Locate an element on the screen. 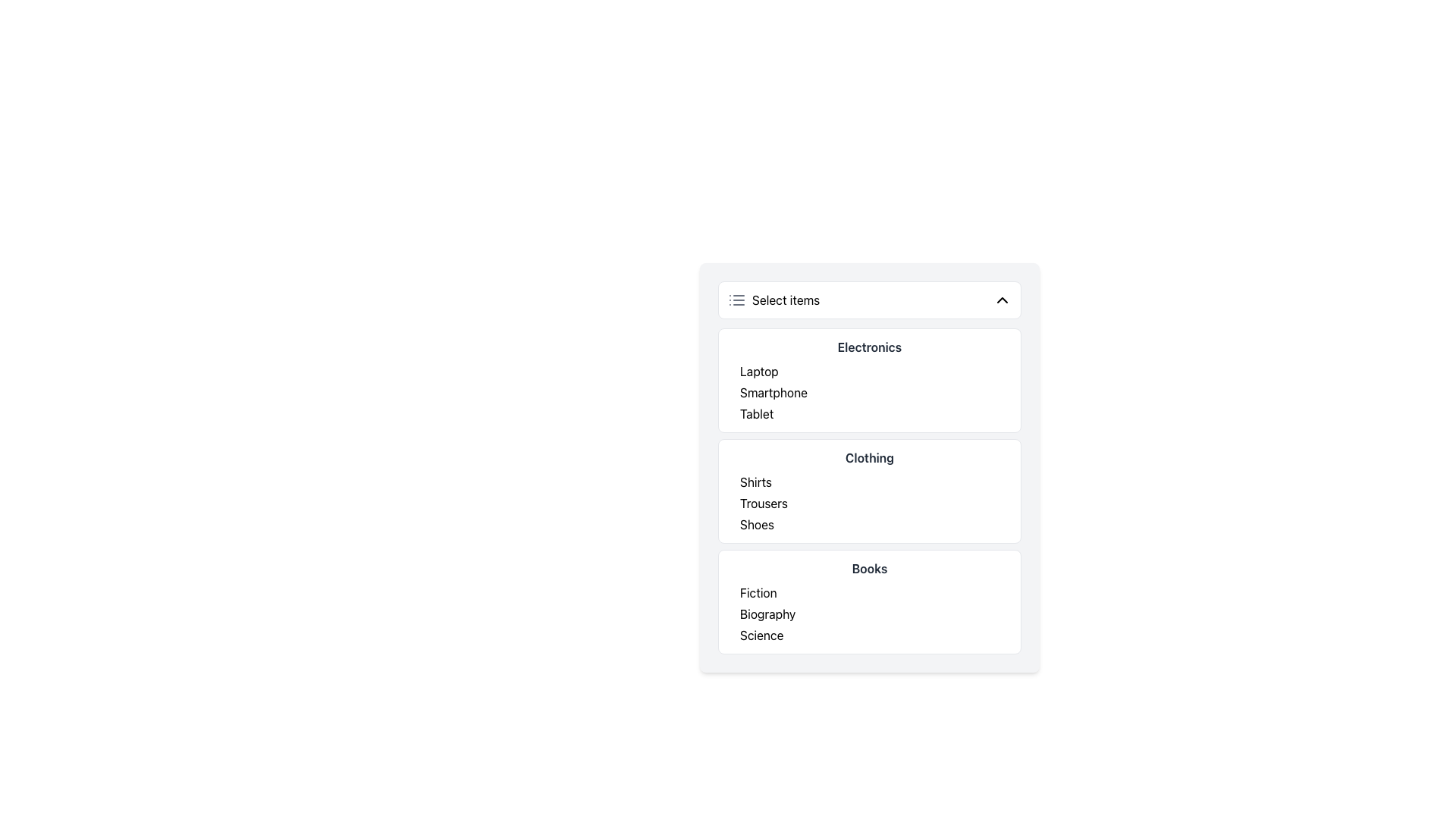 The width and height of the screenshot is (1456, 819). the 'Shoes' text label, which is a bold, black font element located in the 'Clothing' section, for certain interactions is located at coordinates (876, 523).